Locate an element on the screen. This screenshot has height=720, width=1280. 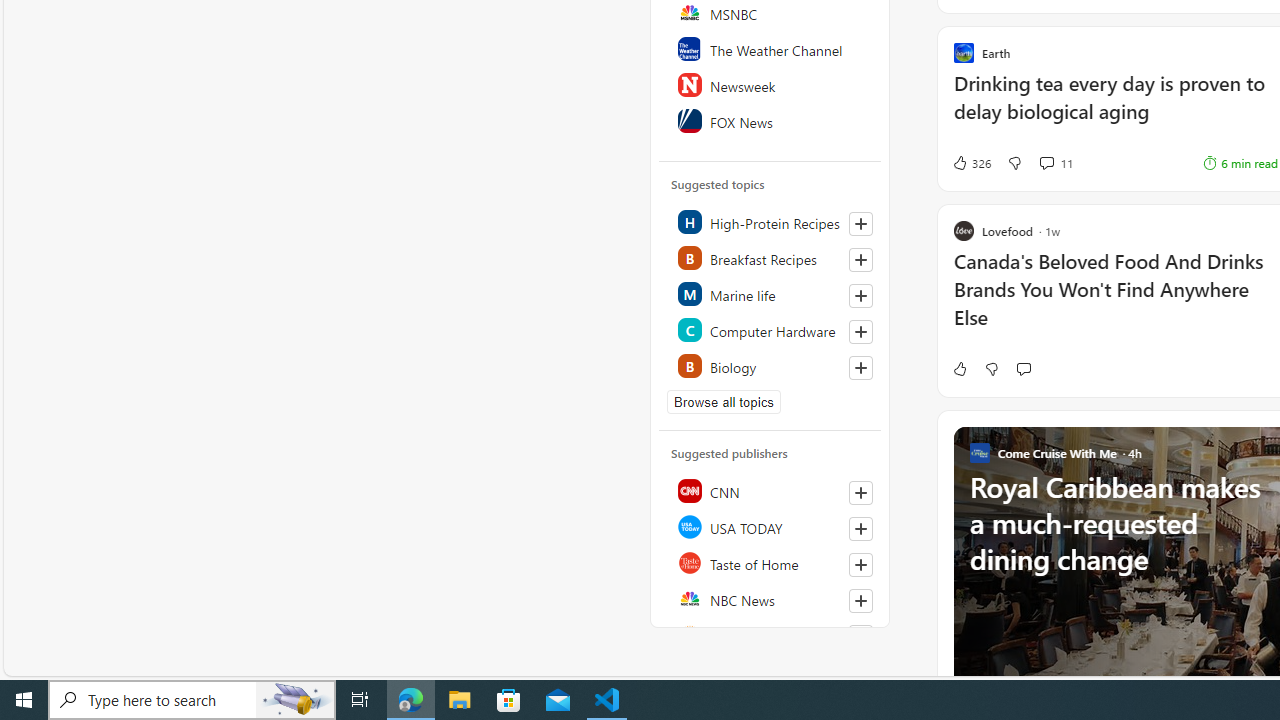
'USA TODAY' is located at coordinates (770, 526).